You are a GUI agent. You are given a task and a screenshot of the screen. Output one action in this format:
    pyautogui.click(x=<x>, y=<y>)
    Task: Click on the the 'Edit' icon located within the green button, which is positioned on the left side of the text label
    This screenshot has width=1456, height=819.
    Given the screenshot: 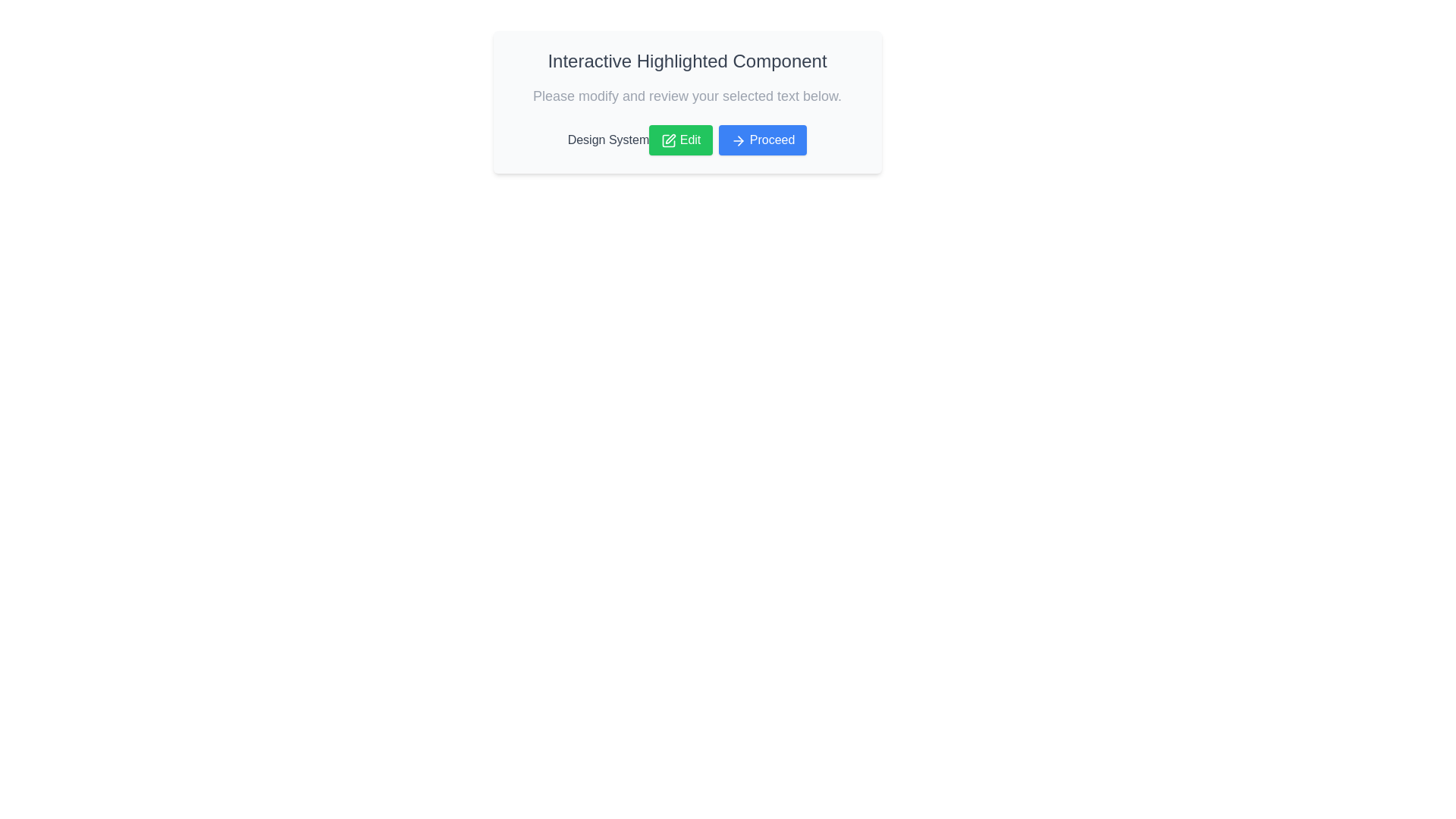 What is the action you would take?
    pyautogui.click(x=668, y=140)
    